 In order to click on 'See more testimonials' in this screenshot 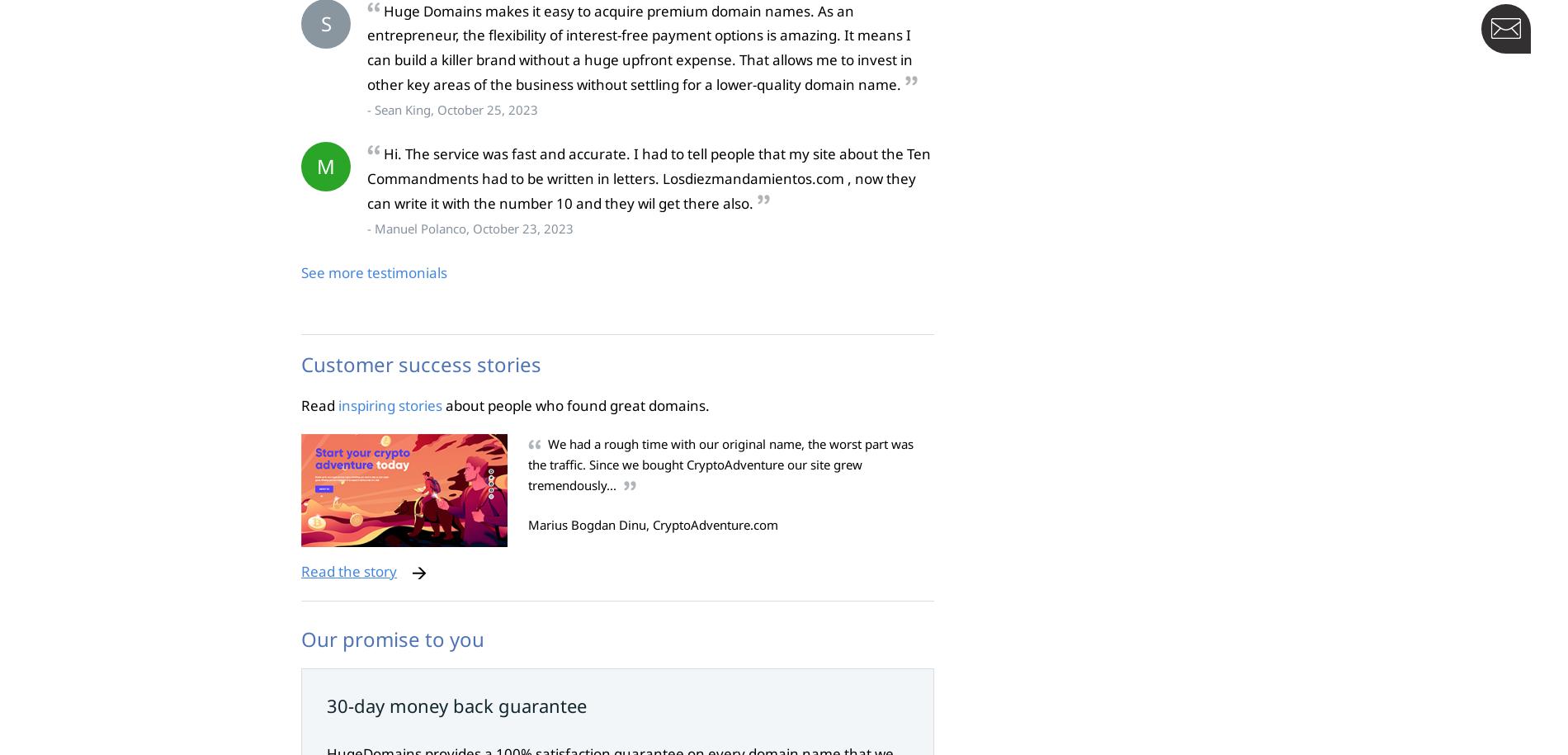, I will do `click(373, 272)`.